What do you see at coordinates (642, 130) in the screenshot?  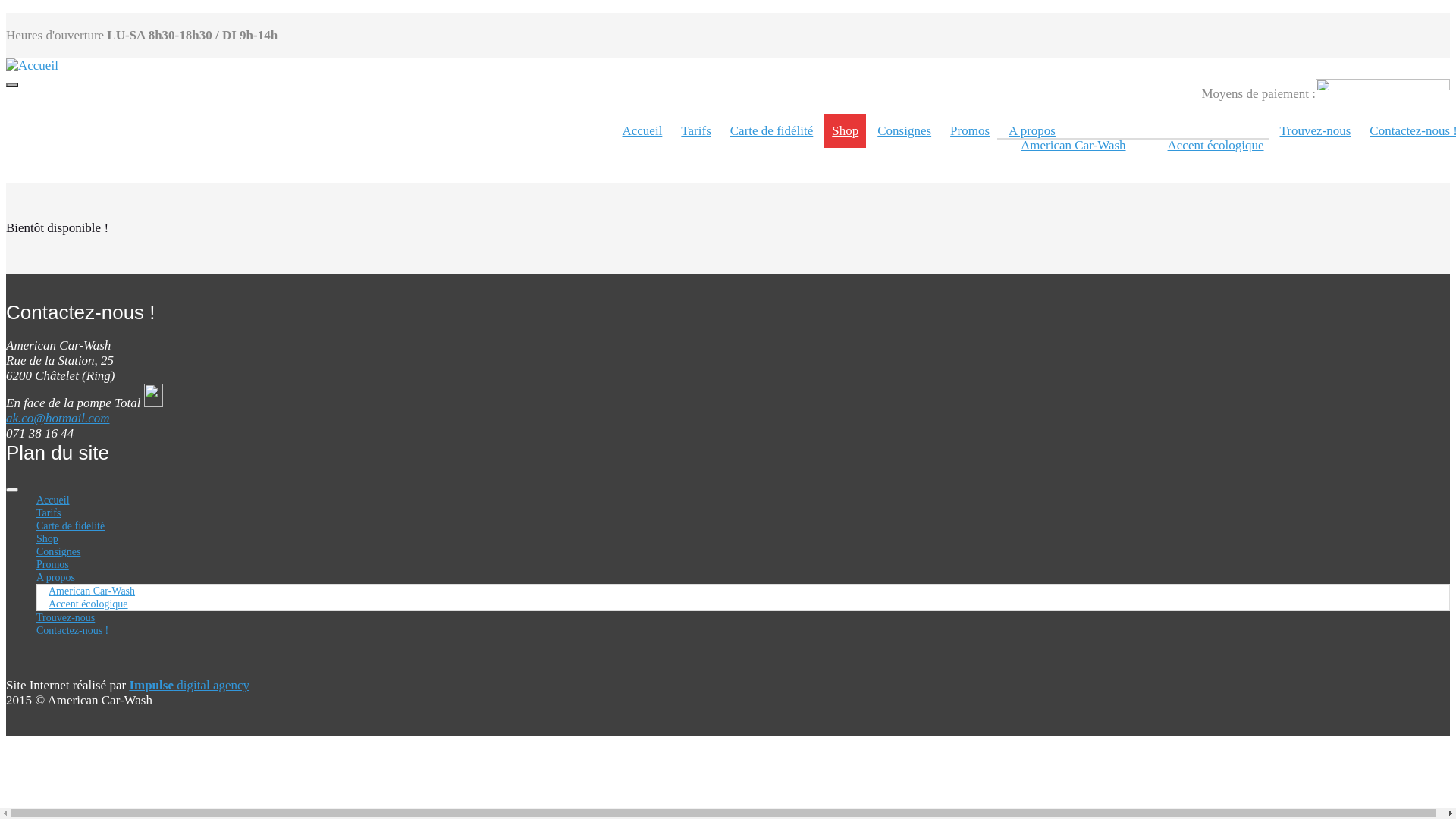 I see `'Accueil'` at bounding box center [642, 130].